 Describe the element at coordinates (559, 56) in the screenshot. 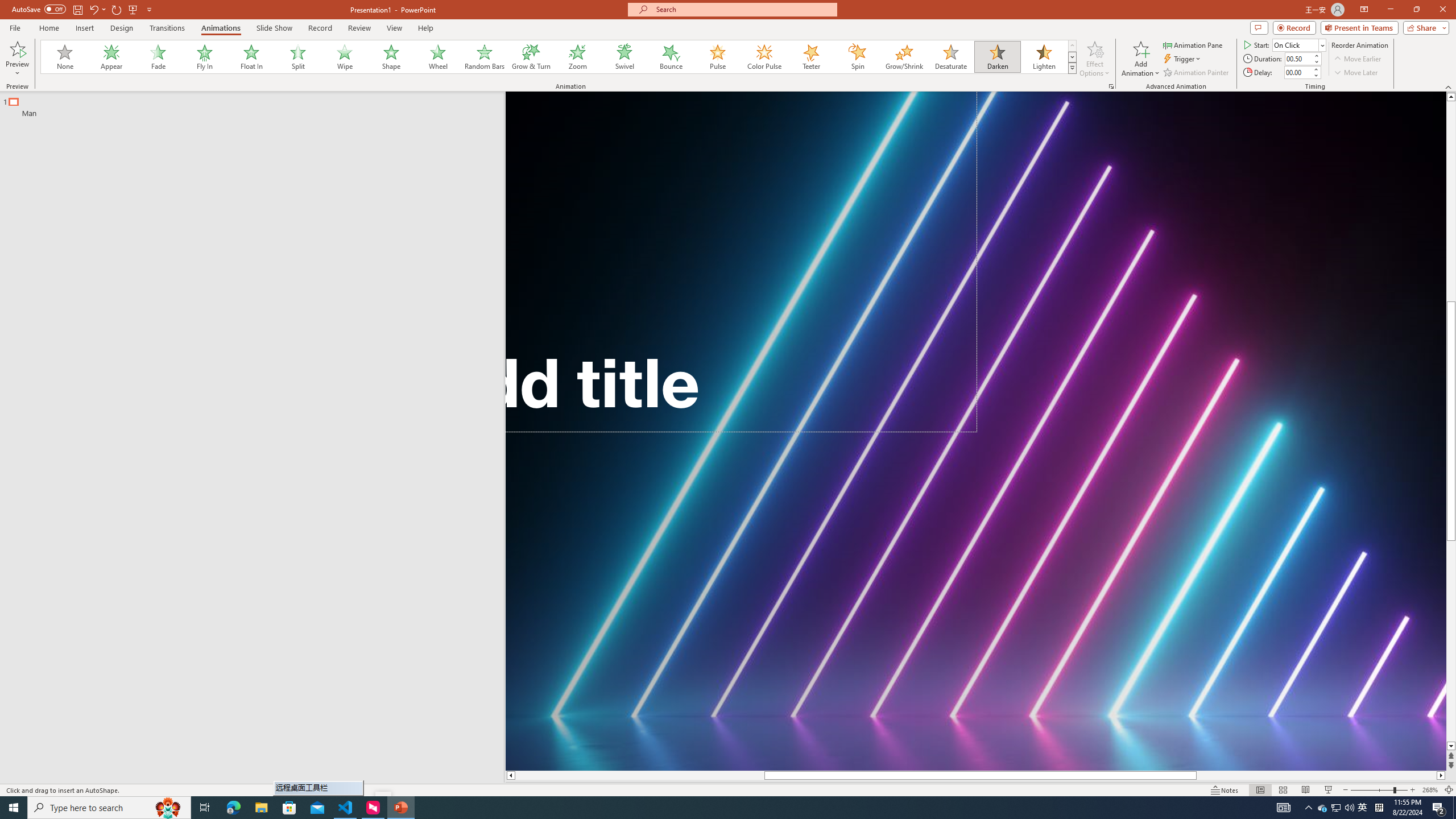

I see `'AutomationID: AnimationGallery'` at that location.